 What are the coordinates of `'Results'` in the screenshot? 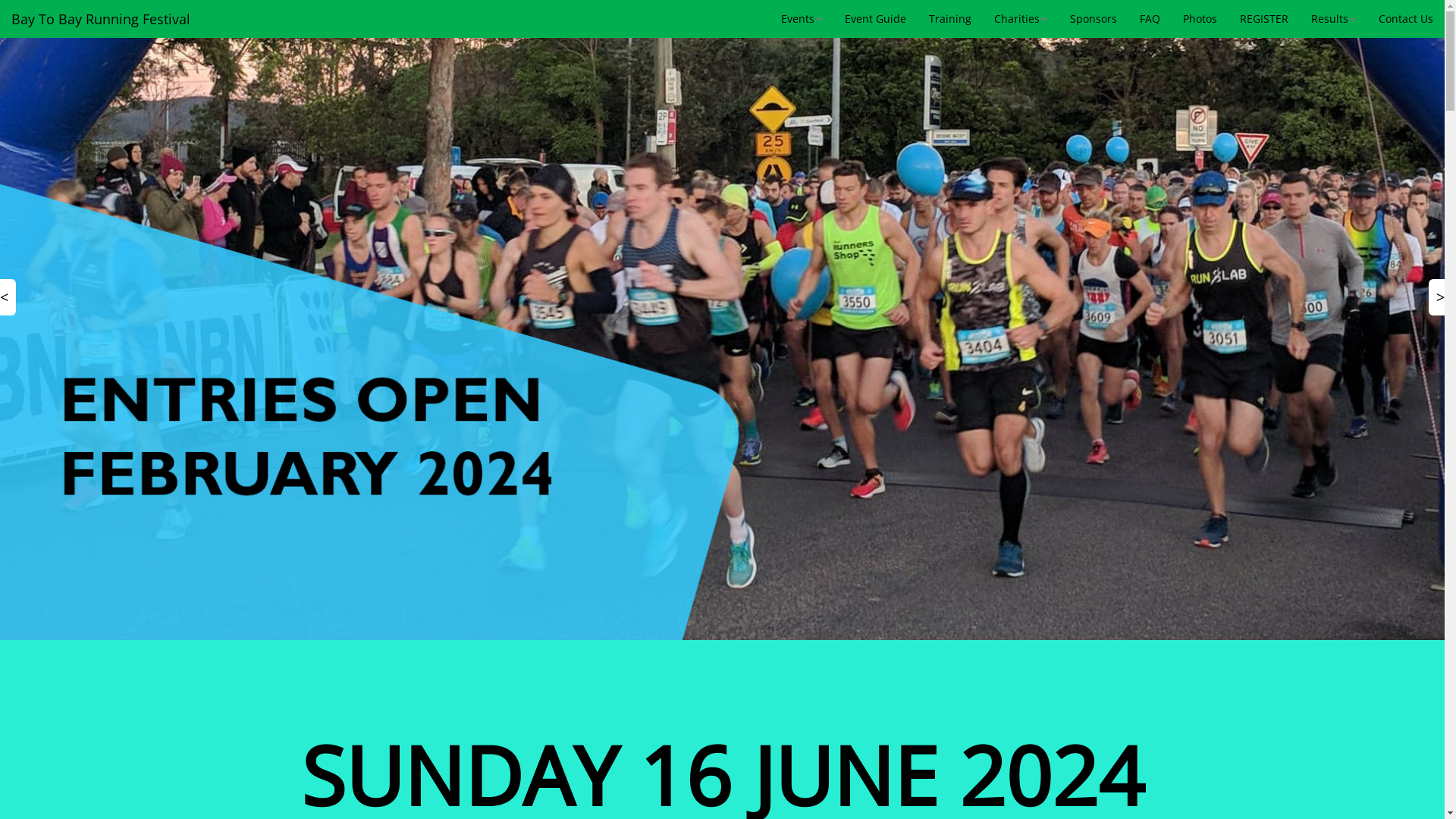 It's located at (1298, 18).